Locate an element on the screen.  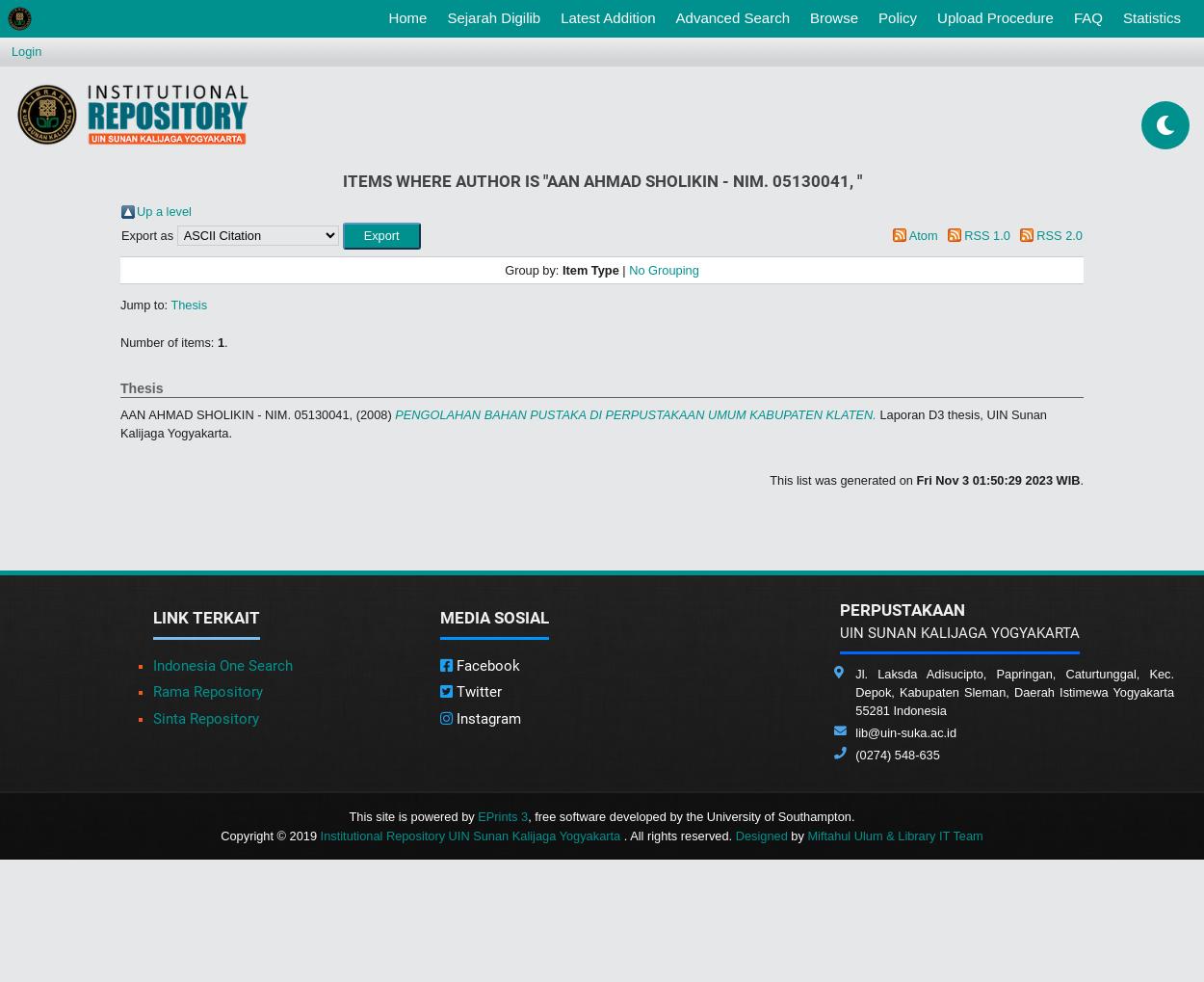
'Login' is located at coordinates (11, 51).